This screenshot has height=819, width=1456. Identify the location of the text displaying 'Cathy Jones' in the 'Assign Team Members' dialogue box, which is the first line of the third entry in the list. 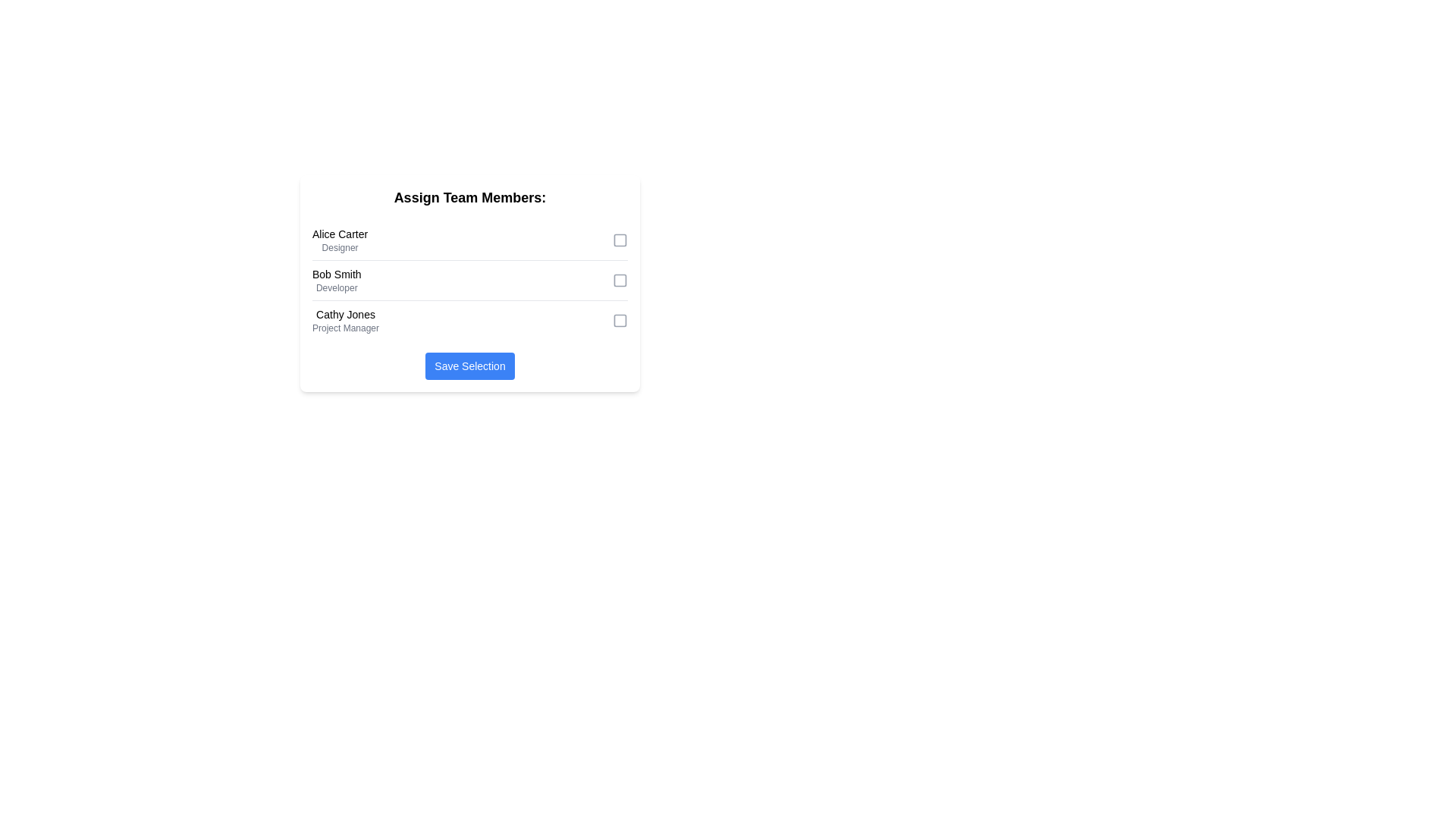
(345, 314).